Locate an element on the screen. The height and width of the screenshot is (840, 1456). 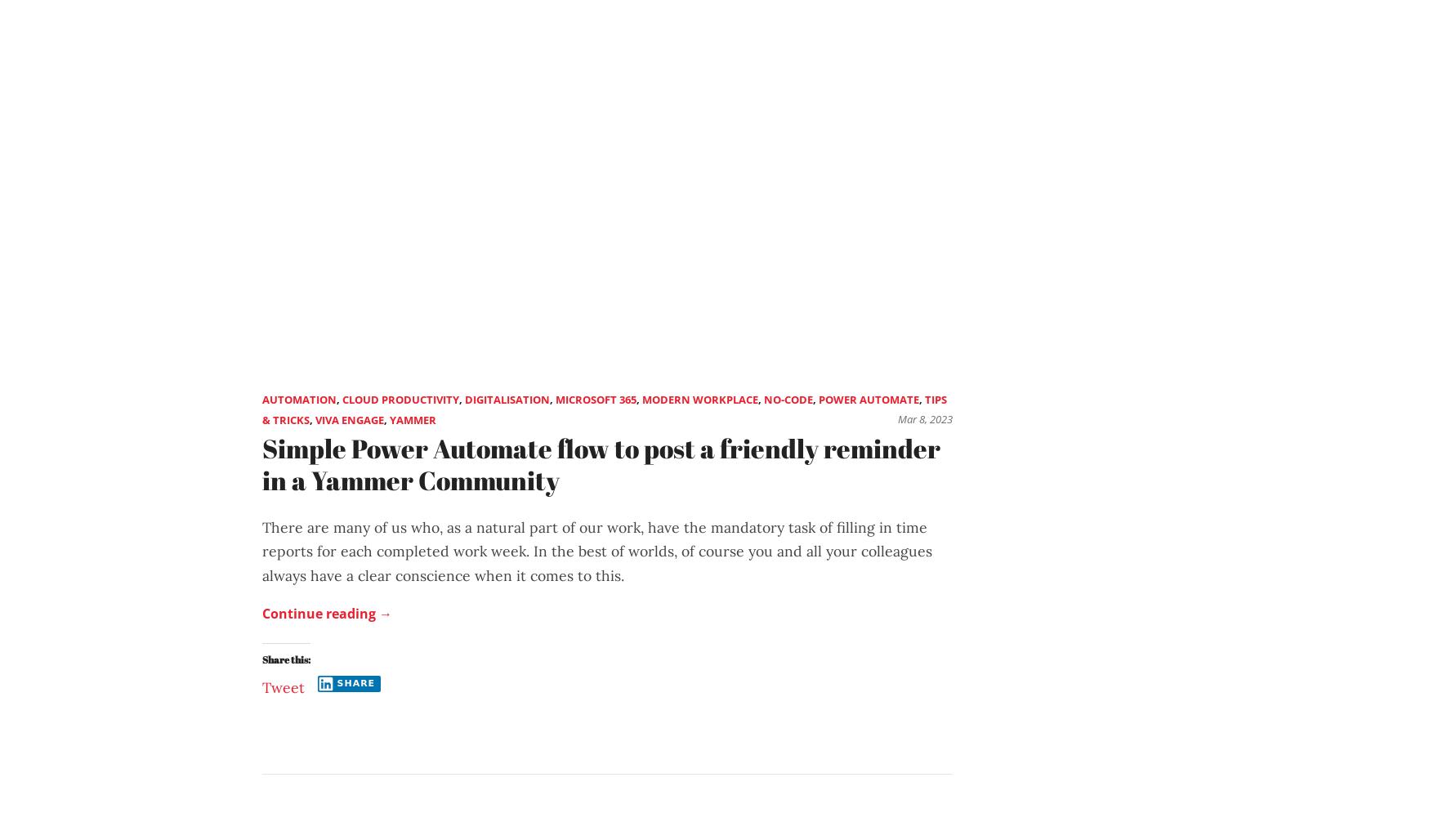
'Yammer' is located at coordinates (412, 420).